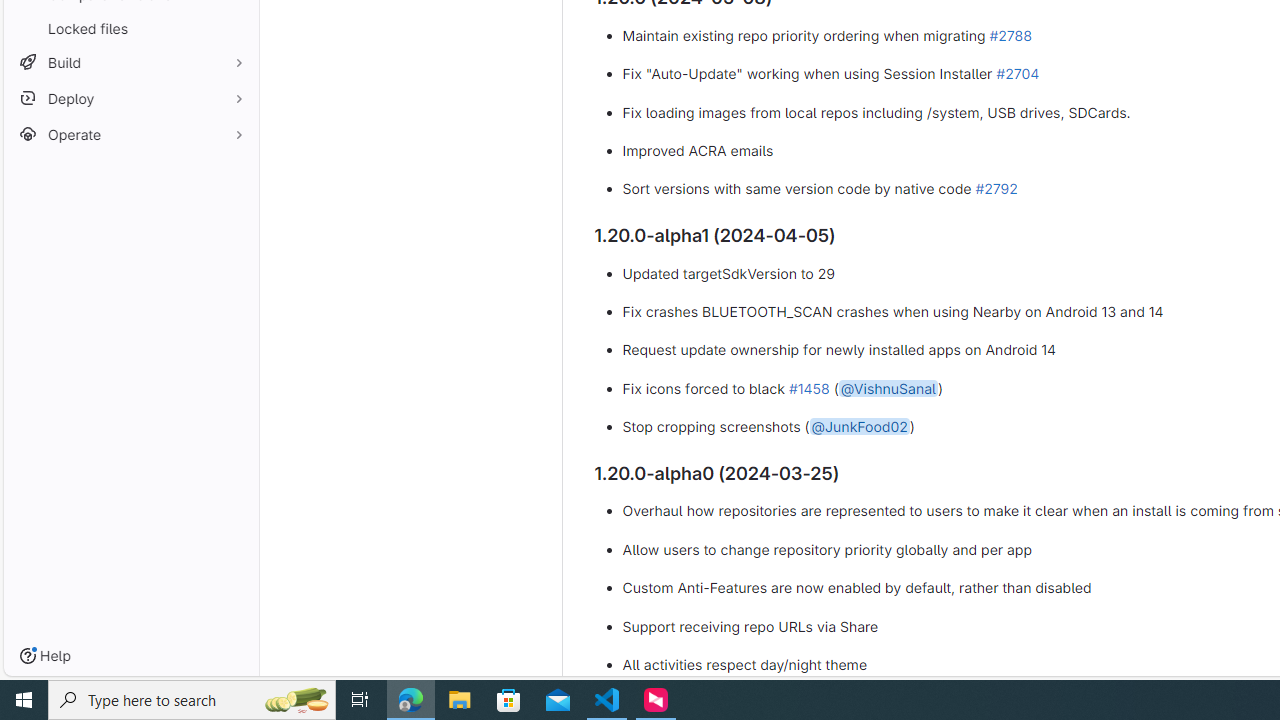 This screenshot has width=1280, height=720. I want to click on 'Task View', so click(359, 698).